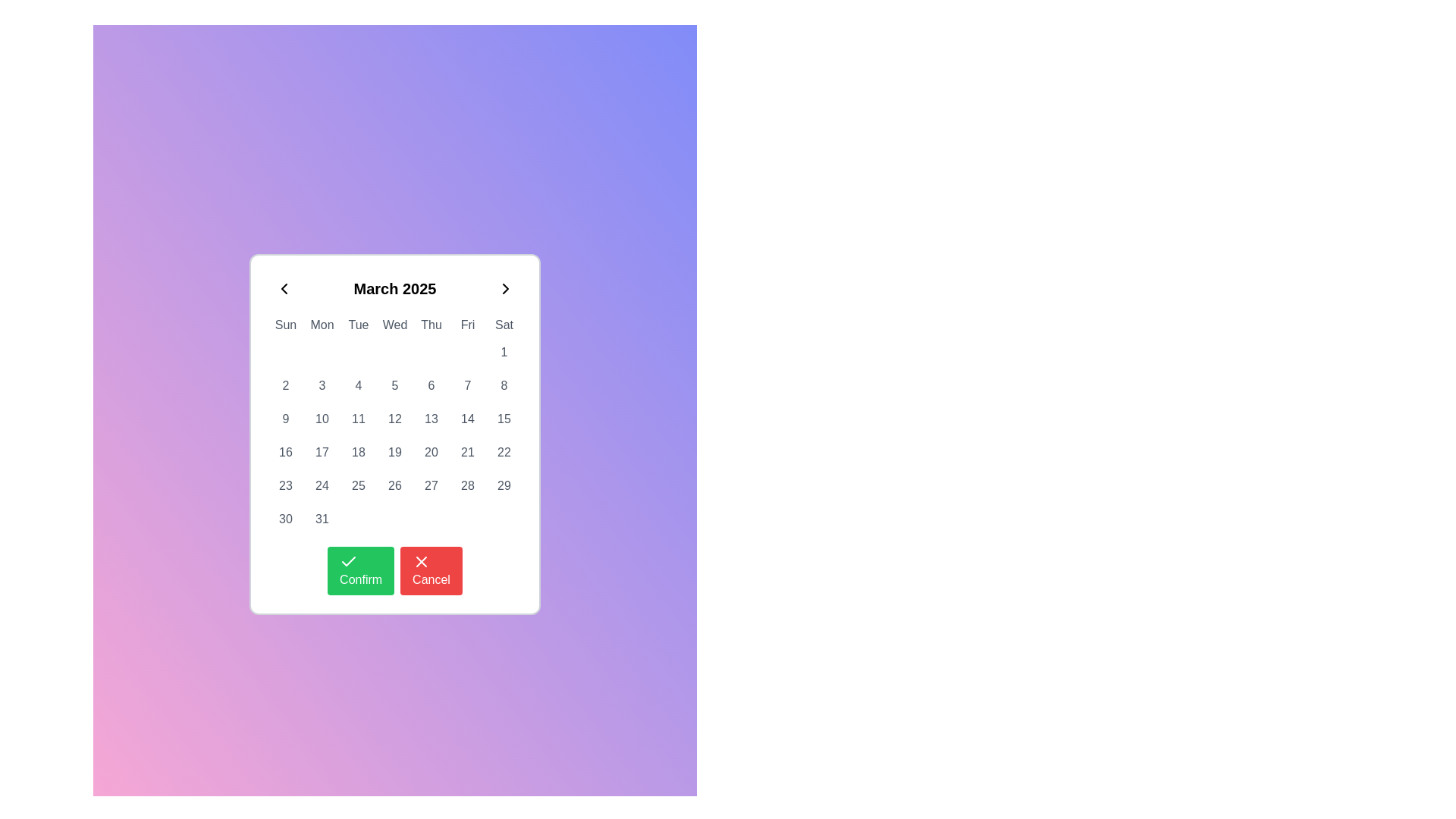 This screenshot has width=1456, height=819. I want to click on the cancel button located immediately to the right of the green 'Confirm' button at the bottom center of the calendar interface to observe the hover styling effect, so click(431, 570).